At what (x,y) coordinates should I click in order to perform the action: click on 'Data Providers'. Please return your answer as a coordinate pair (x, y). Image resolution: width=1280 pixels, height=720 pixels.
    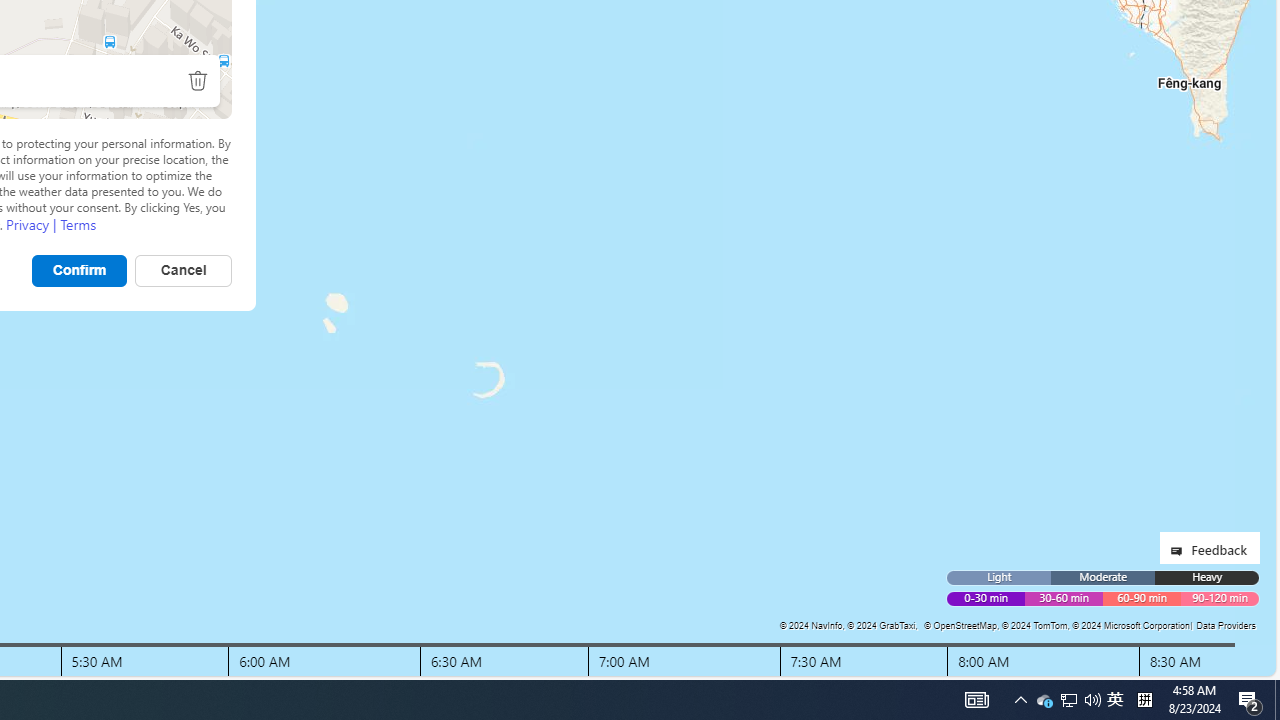
    Looking at the image, I should click on (1224, 624).